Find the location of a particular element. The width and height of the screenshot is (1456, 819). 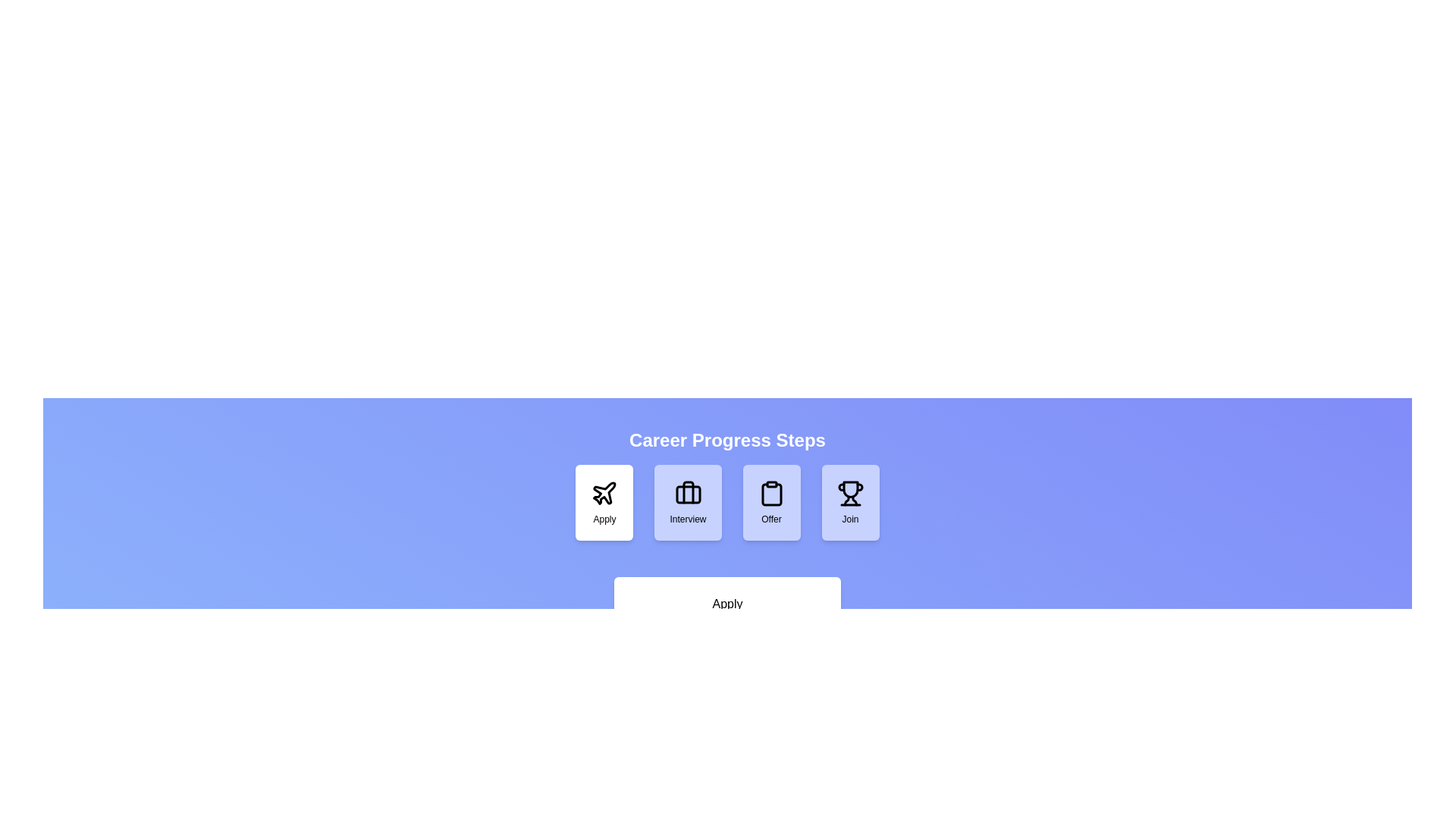

the icon corresponding to the career step Apply is located at coordinates (604, 503).